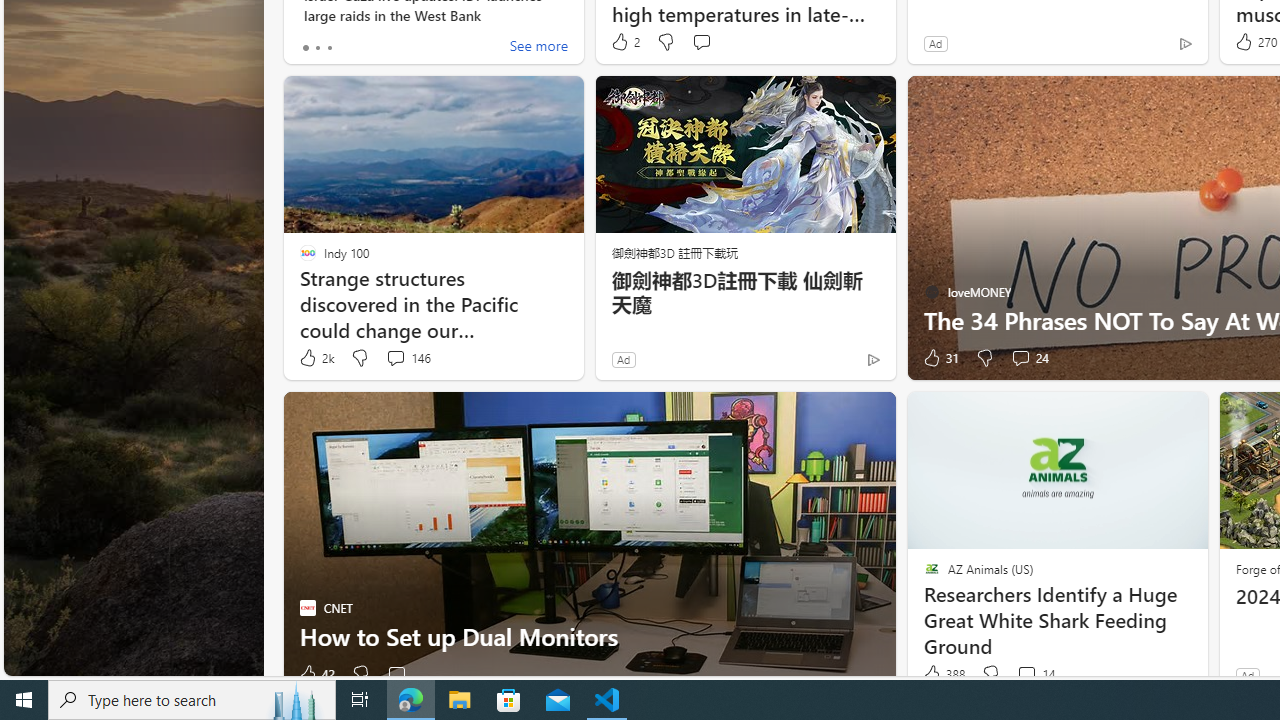 This screenshot has height=720, width=1280. I want to click on 'View comments 14 Comment', so click(1035, 674).